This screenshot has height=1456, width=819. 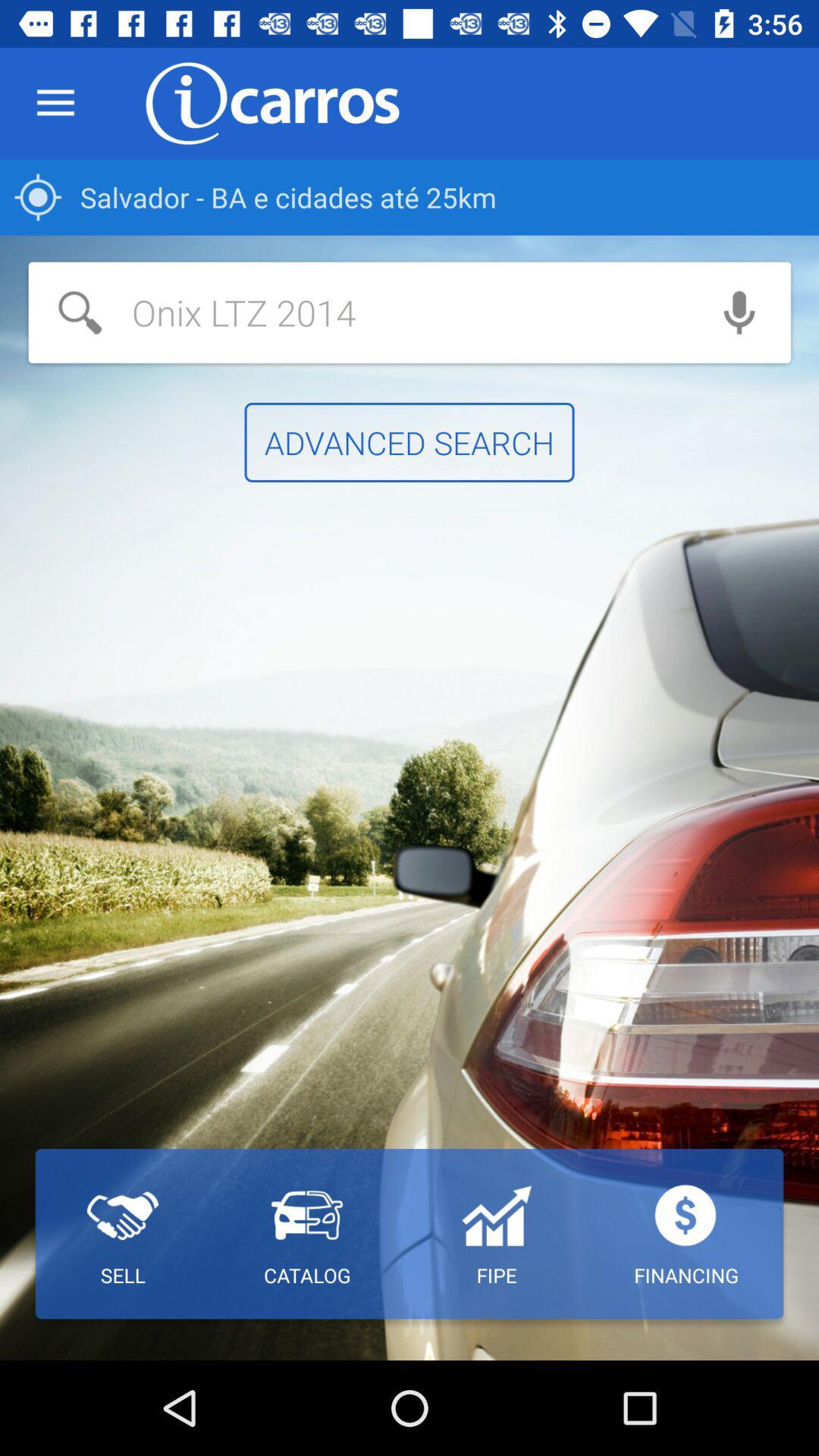 What do you see at coordinates (739, 312) in the screenshot?
I see `records one 's voice` at bounding box center [739, 312].